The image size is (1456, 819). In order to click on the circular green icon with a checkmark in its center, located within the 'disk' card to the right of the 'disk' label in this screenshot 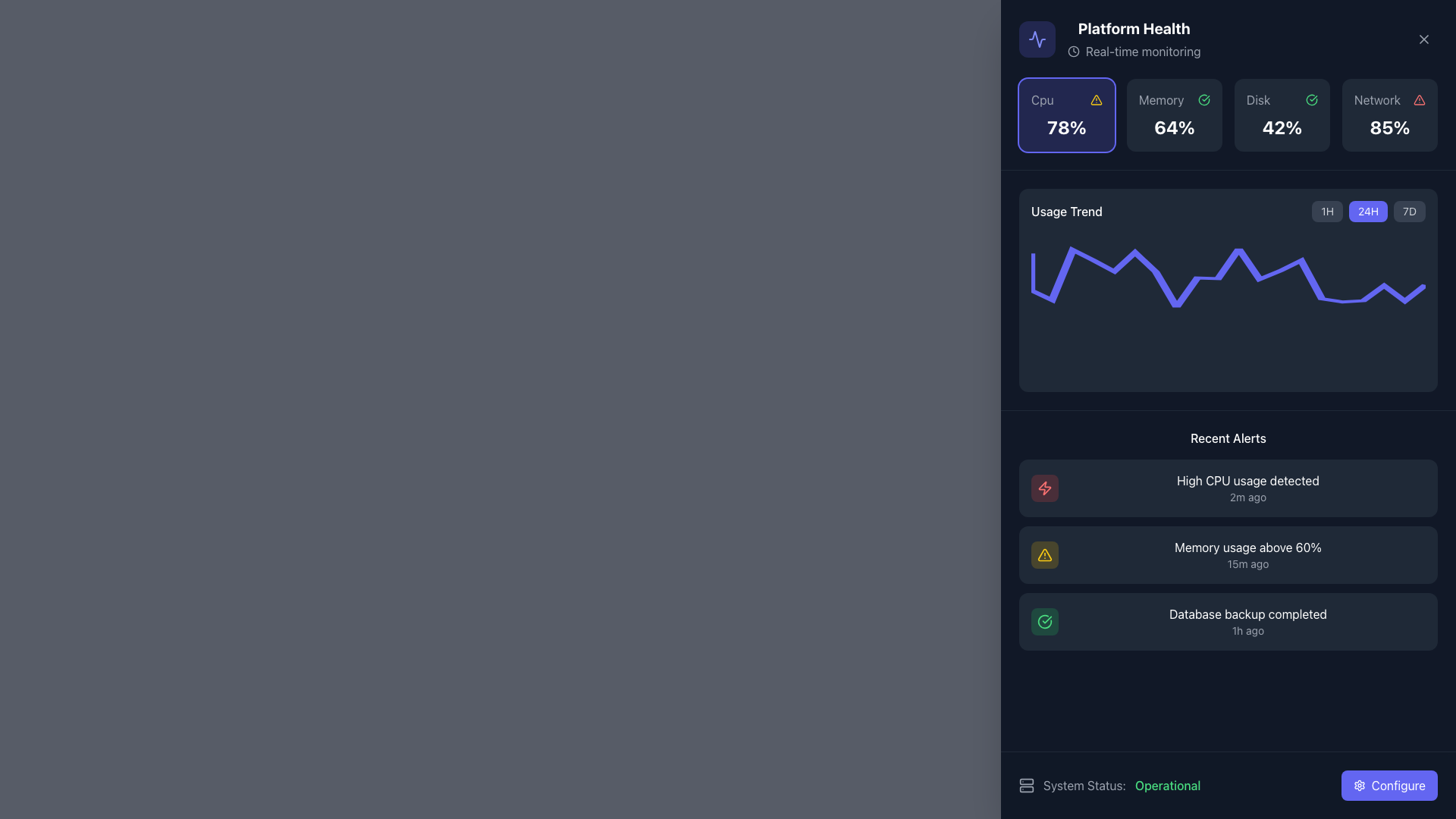, I will do `click(1310, 99)`.